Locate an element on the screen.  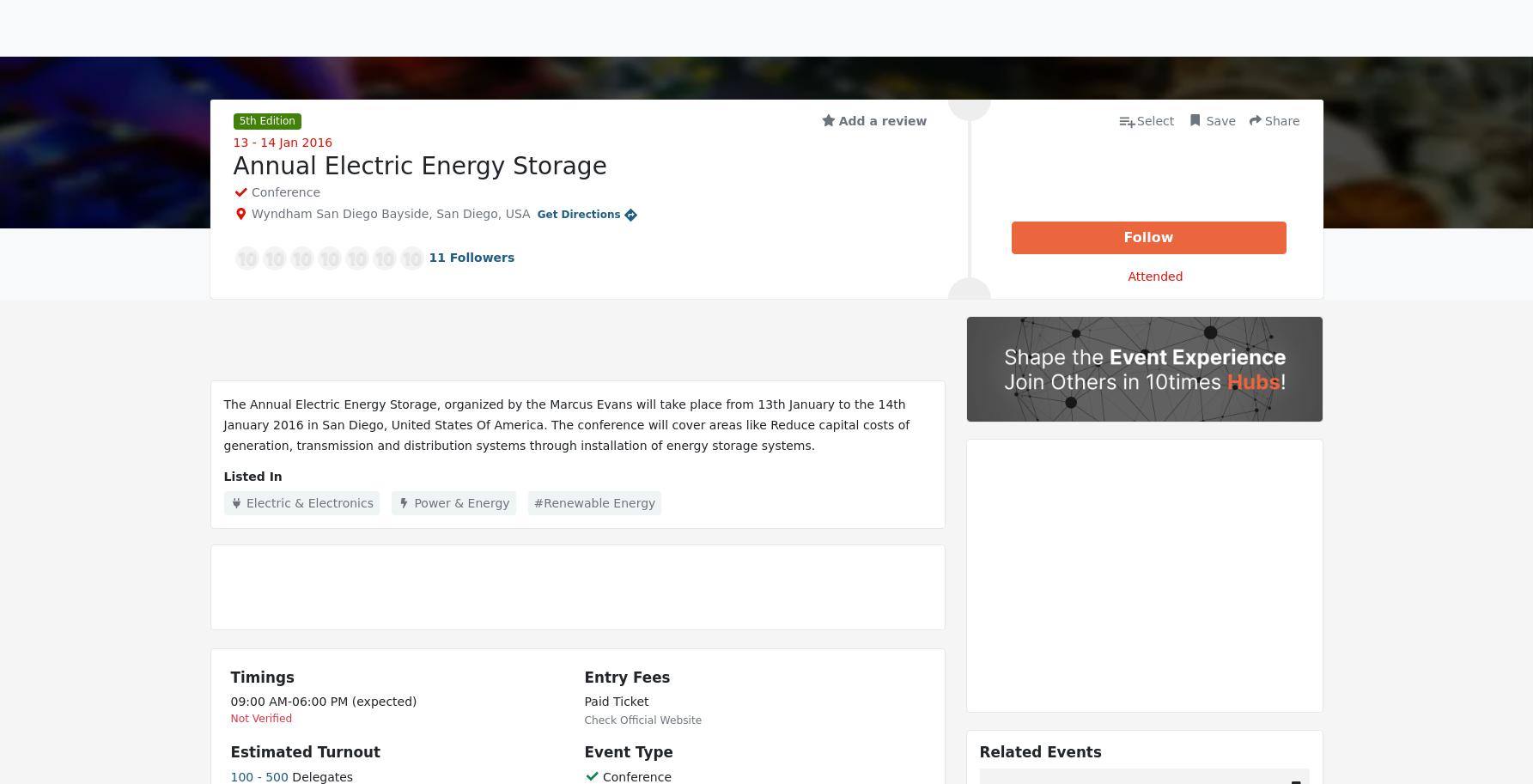
'Afuwape Afeez Ajani' is located at coordinates (489, 222).